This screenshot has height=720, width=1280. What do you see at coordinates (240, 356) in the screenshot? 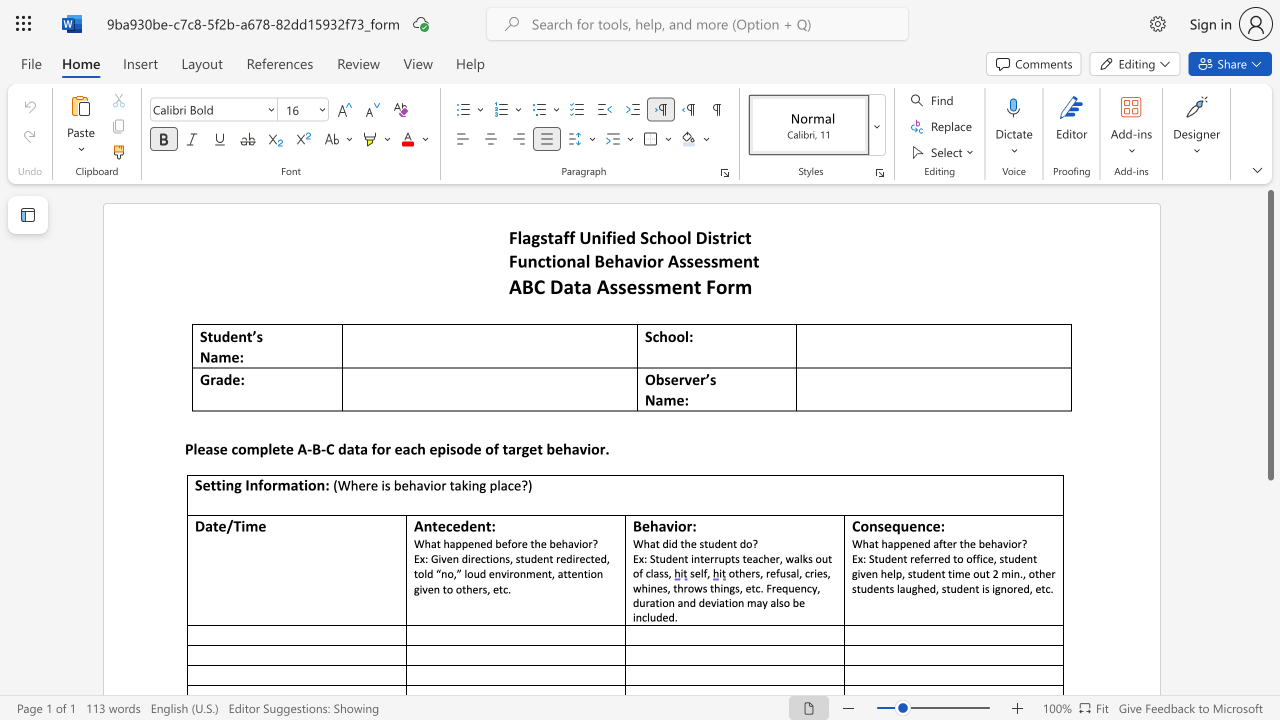
I see `the 1th character ":" in the text` at bounding box center [240, 356].